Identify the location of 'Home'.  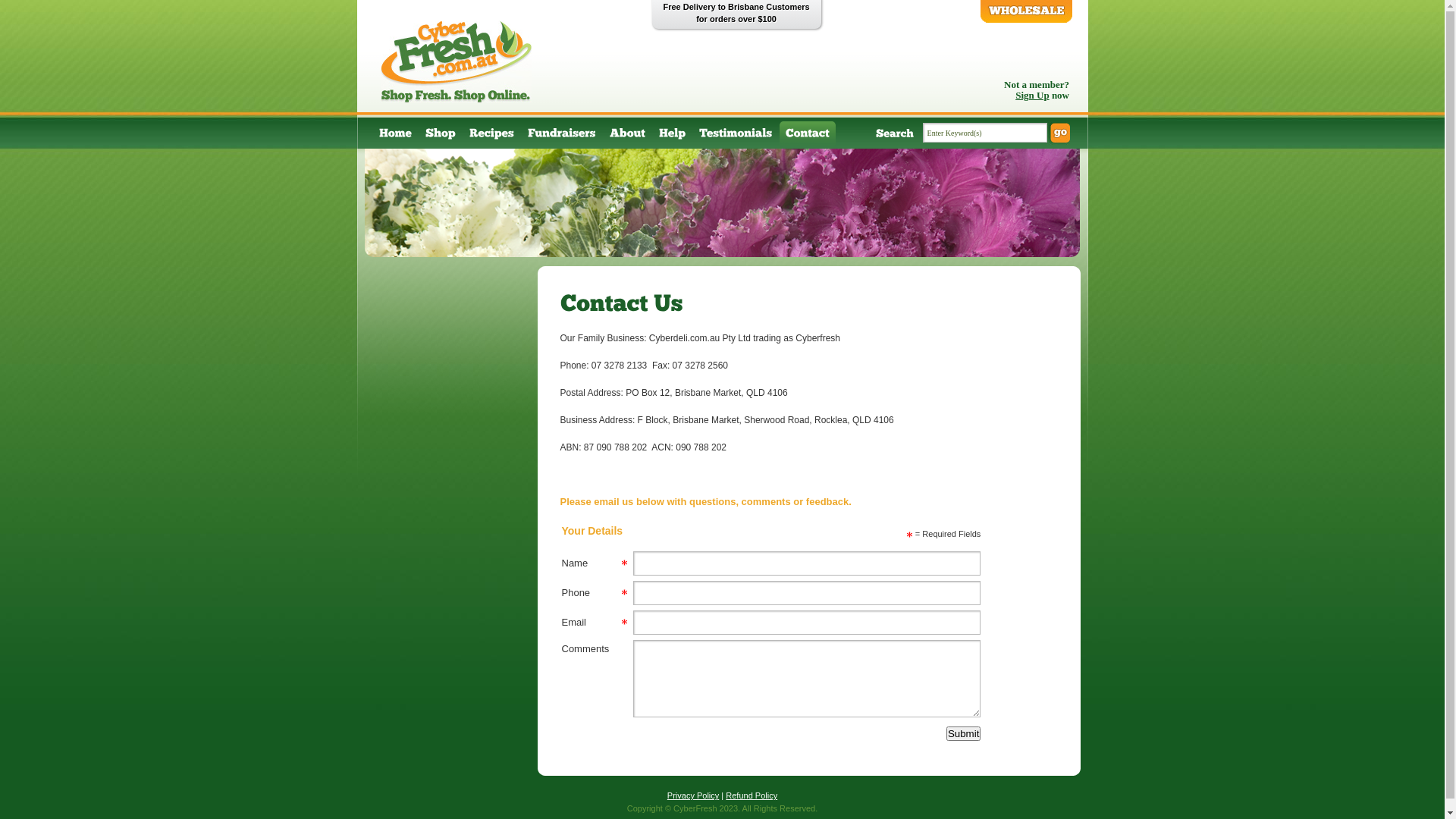
(395, 133).